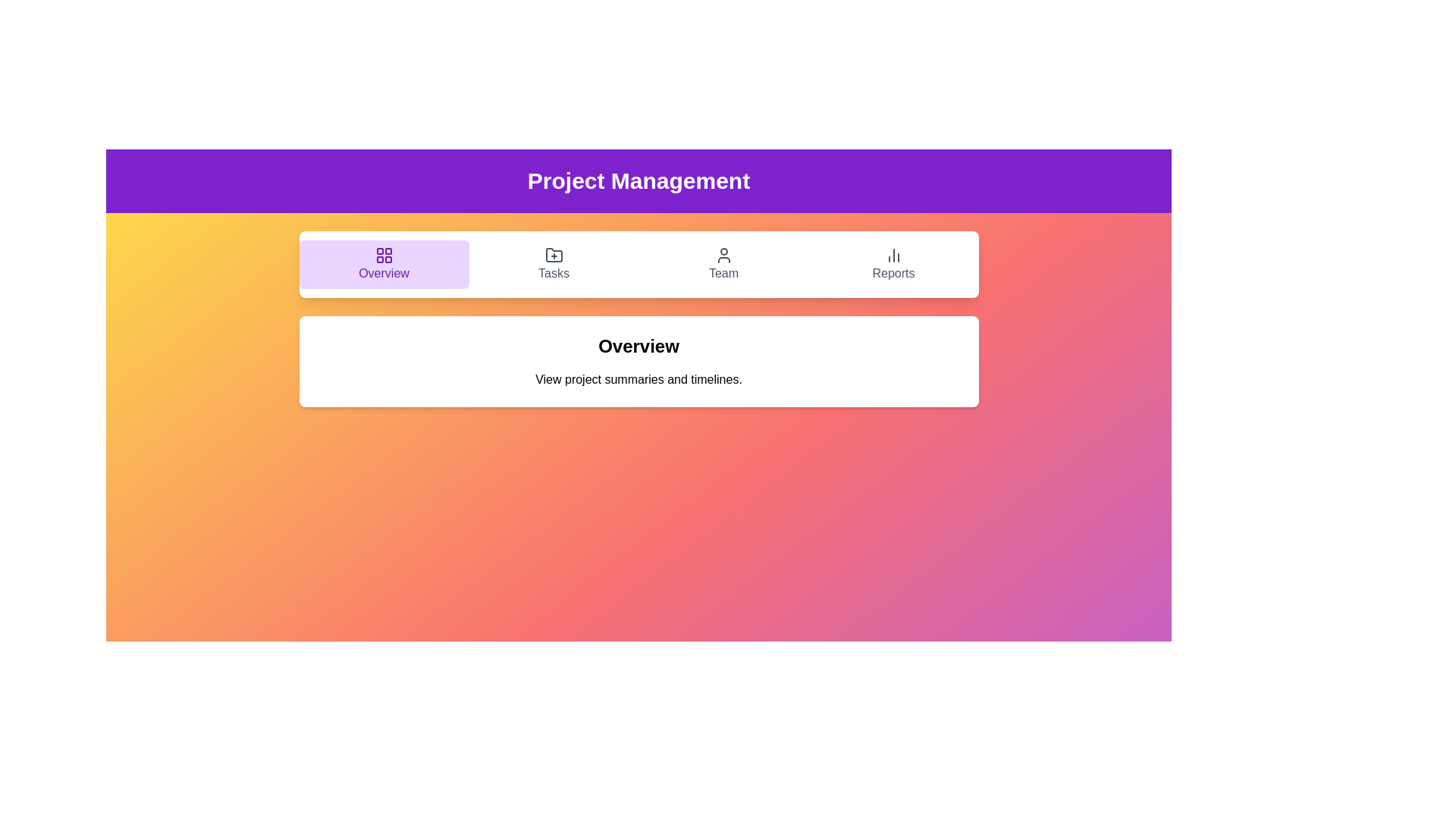 The height and width of the screenshot is (819, 1456). Describe the element at coordinates (893, 263) in the screenshot. I see `the tab labeled Reports to navigate to the corresponding section` at that location.